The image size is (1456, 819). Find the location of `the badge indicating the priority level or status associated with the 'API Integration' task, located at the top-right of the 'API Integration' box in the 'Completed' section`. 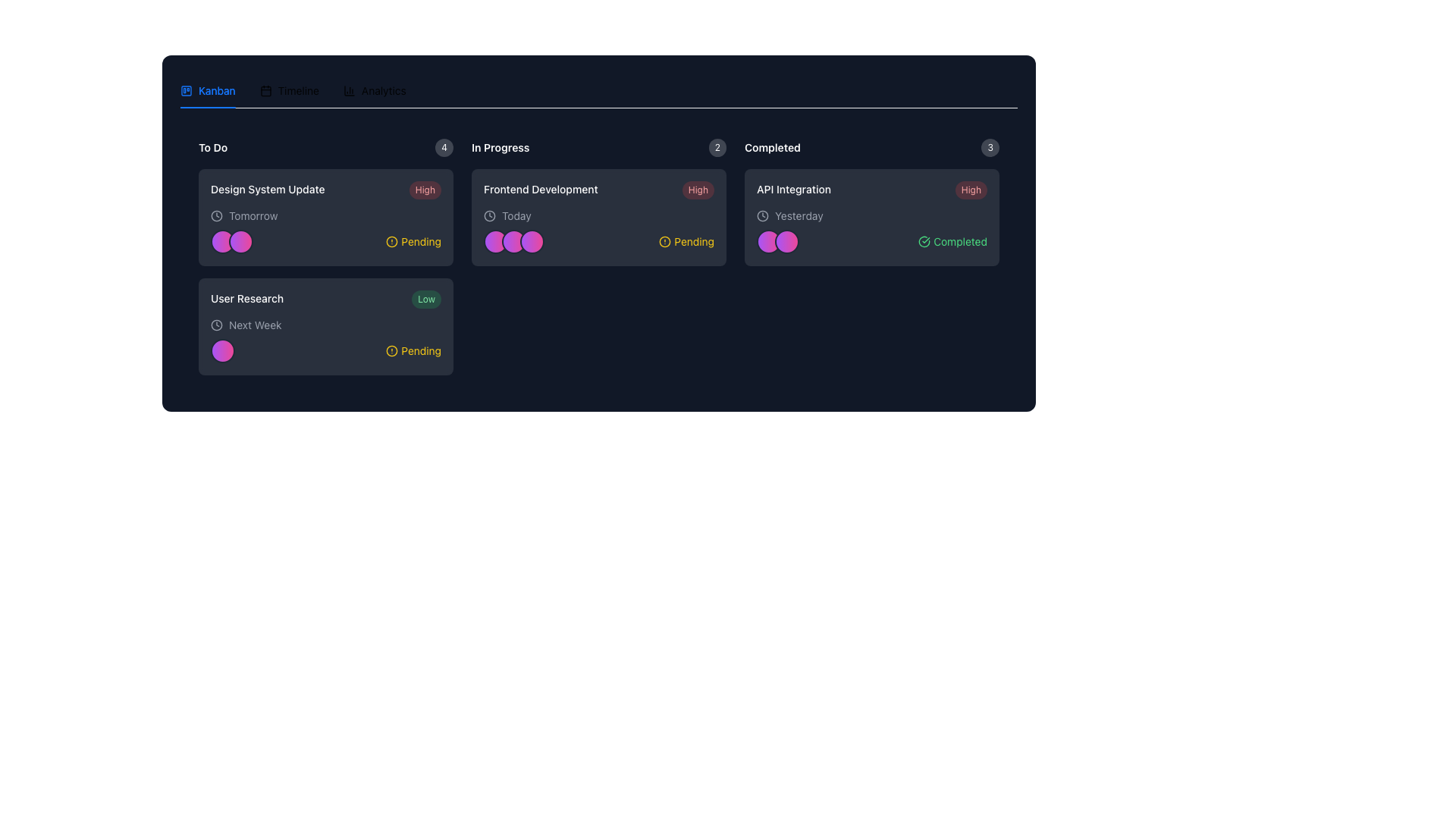

the badge indicating the priority level or status associated with the 'API Integration' task, located at the top-right of the 'API Integration' box in the 'Completed' section is located at coordinates (971, 189).